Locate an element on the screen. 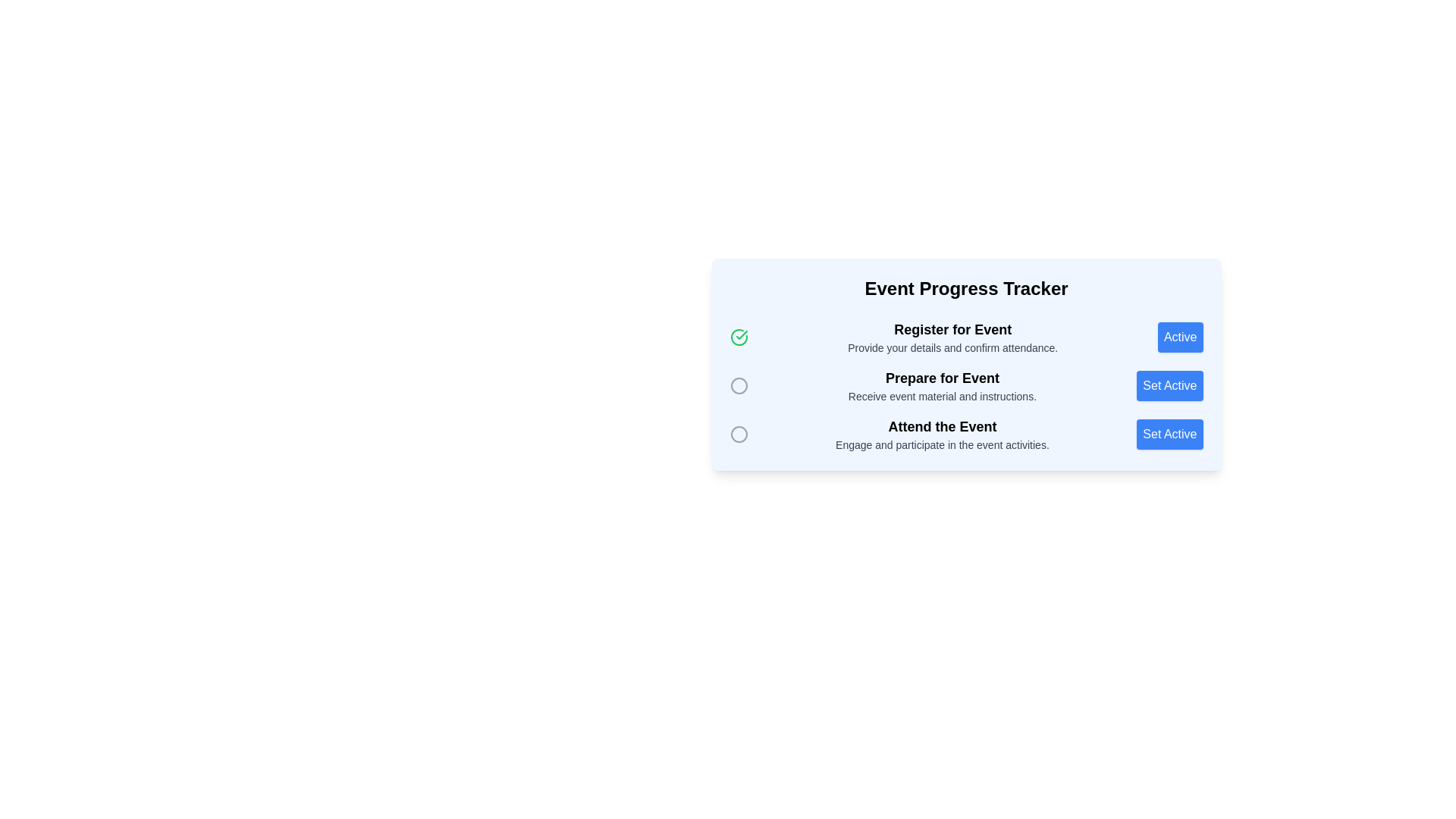 The height and width of the screenshot is (819, 1456). the first progress tracker step indicating registration status for the event is located at coordinates (965, 336).